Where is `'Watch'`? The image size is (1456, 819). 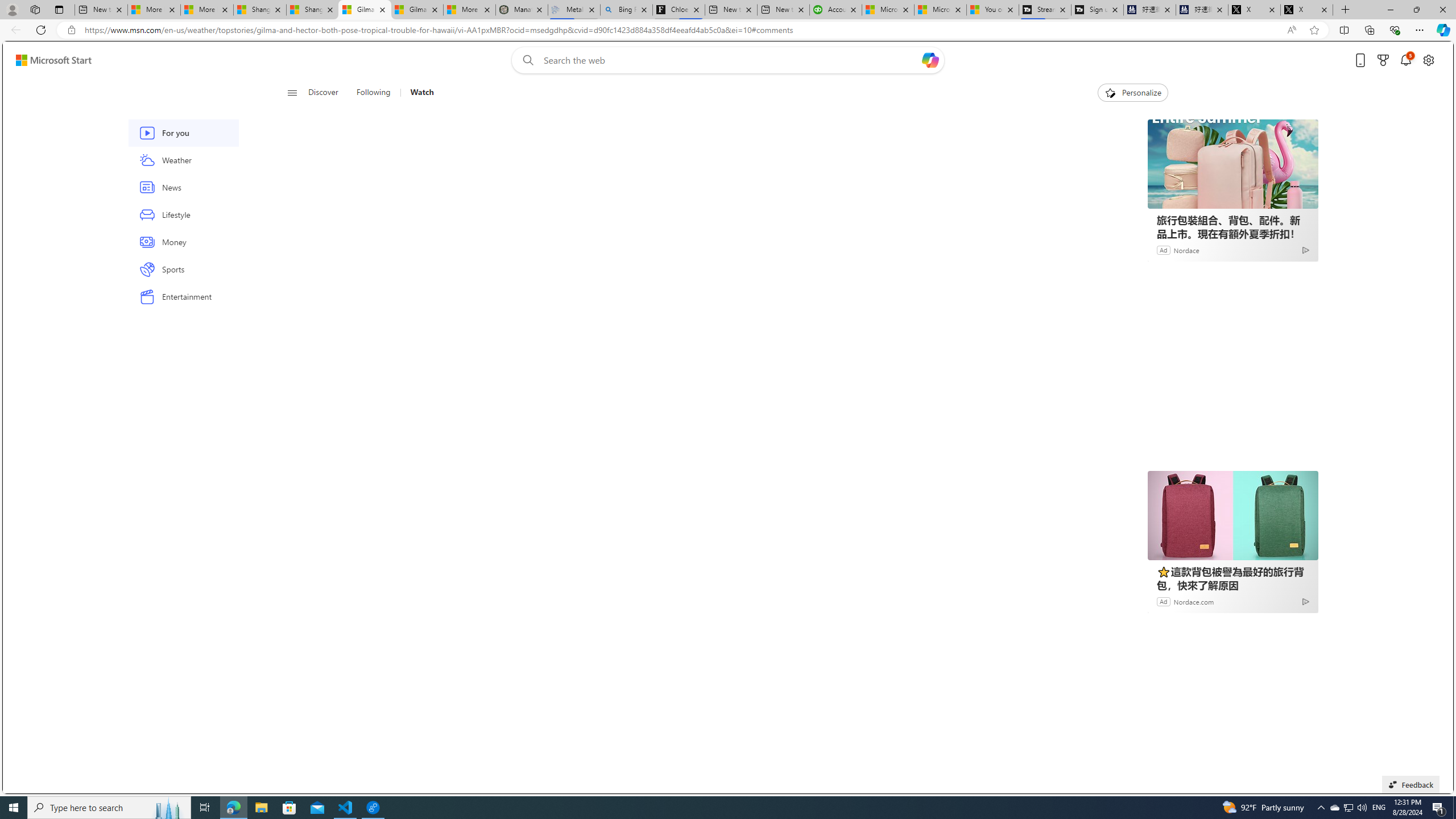
'Watch' is located at coordinates (421, 92).